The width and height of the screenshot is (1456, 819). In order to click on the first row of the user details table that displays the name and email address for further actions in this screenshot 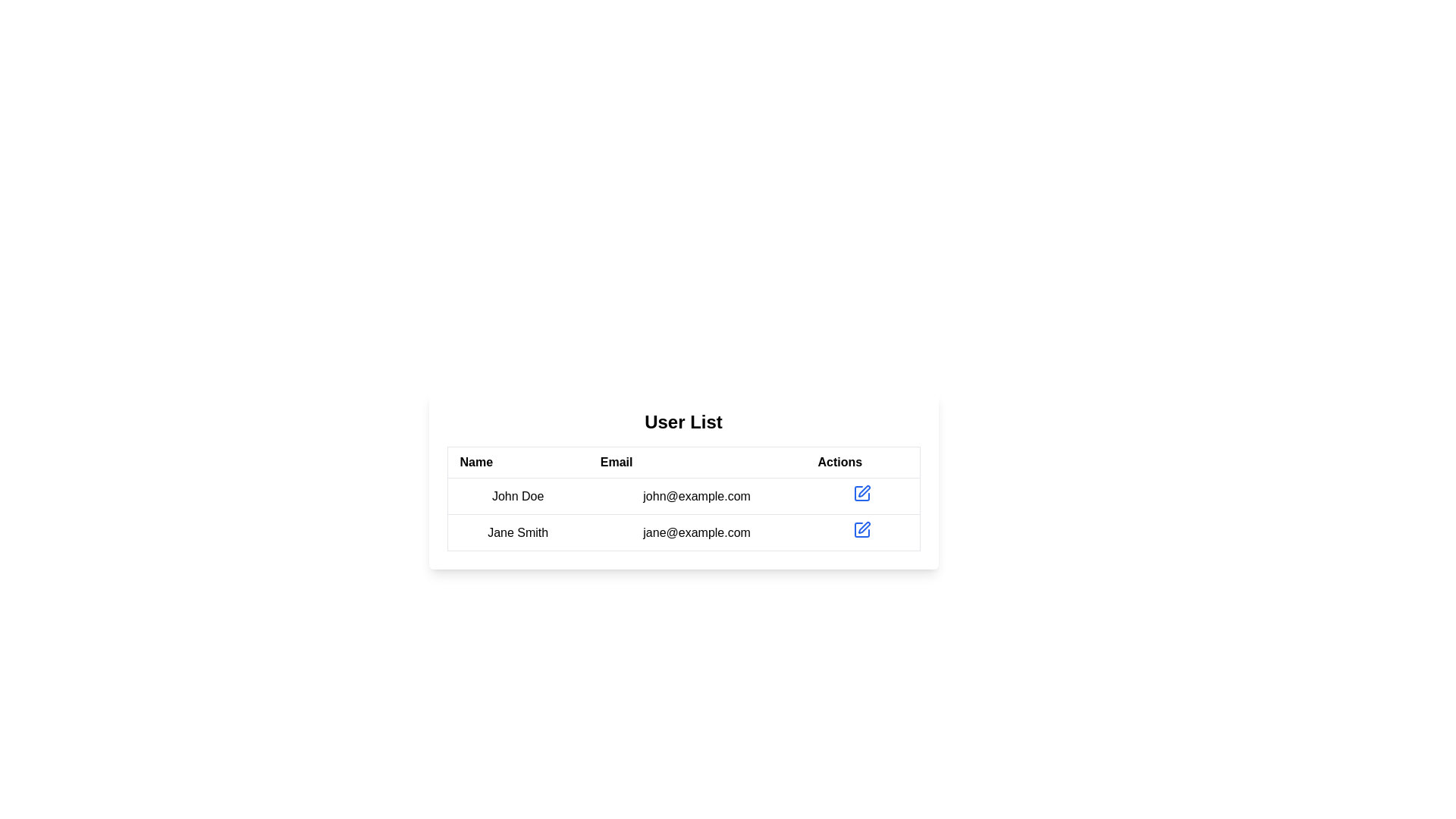, I will do `click(682, 496)`.